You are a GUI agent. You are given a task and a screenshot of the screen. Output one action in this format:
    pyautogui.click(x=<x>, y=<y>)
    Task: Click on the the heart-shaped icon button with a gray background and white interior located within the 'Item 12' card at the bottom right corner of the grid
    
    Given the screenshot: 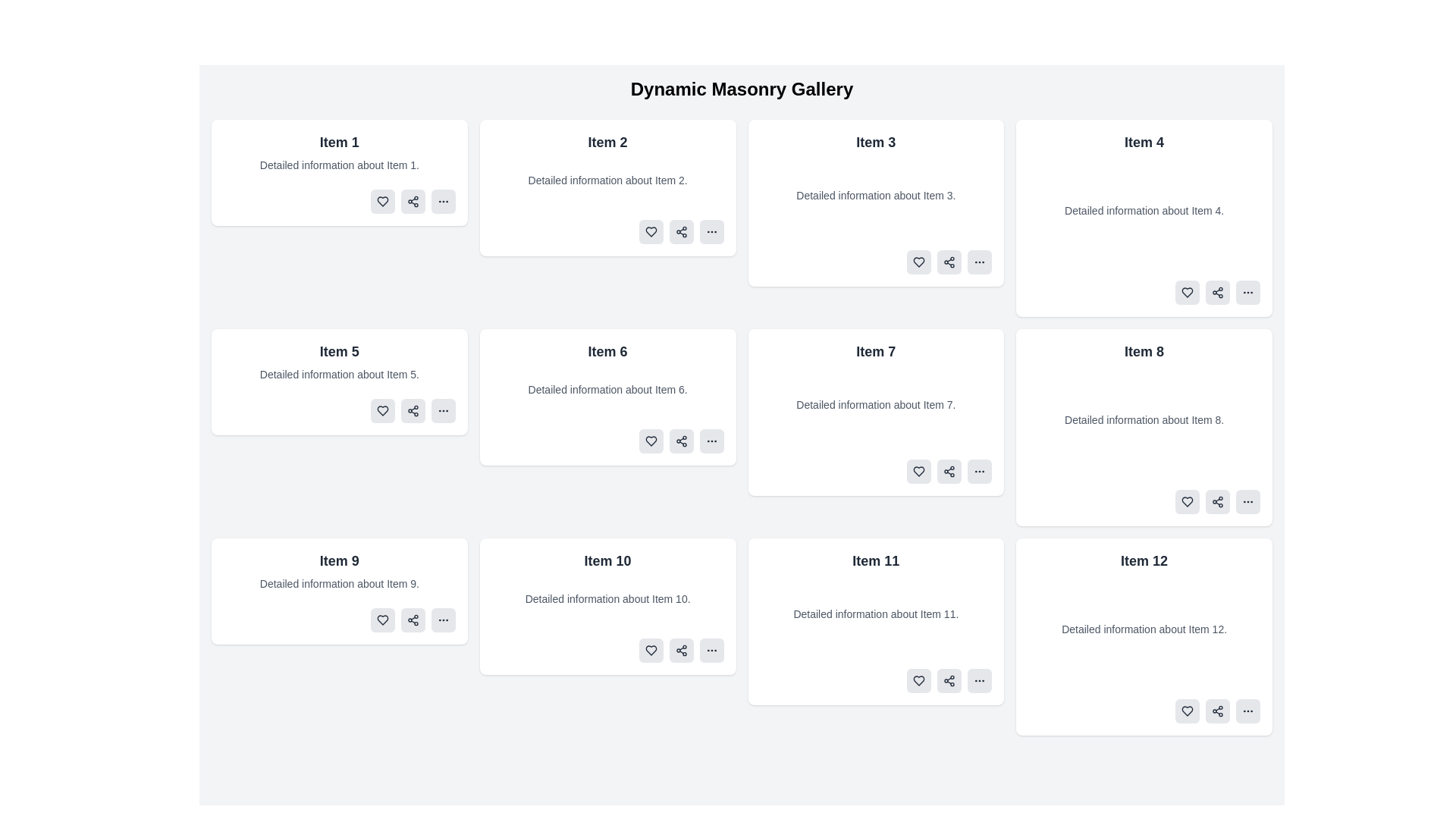 What is the action you would take?
    pyautogui.click(x=1186, y=711)
    